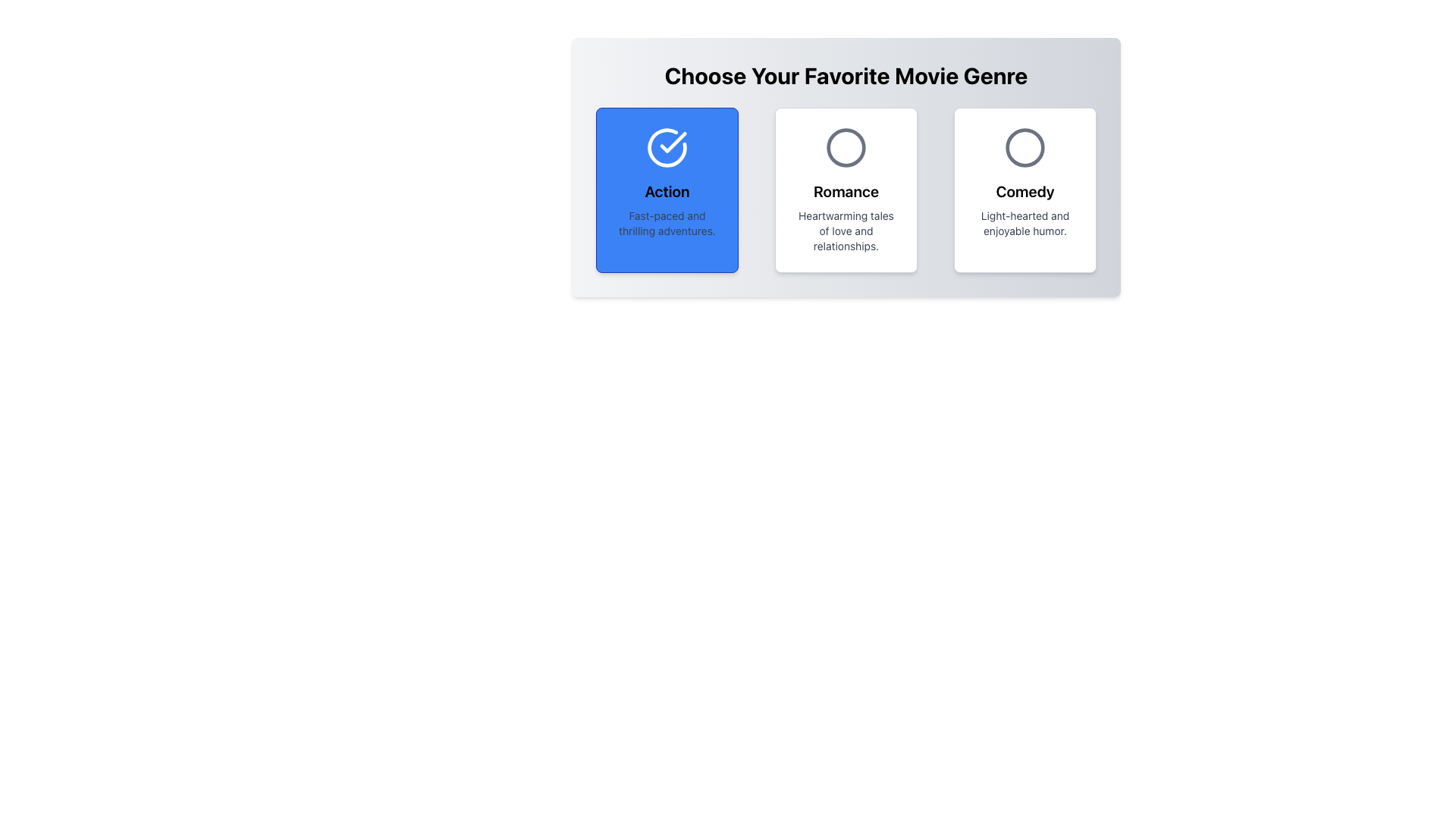  What do you see at coordinates (1025, 191) in the screenshot?
I see `the 'Comedy' genre label, which is the third title in a set of genre cards, positioned above the description 'Light-hearted and enjoyable humor.'` at bounding box center [1025, 191].